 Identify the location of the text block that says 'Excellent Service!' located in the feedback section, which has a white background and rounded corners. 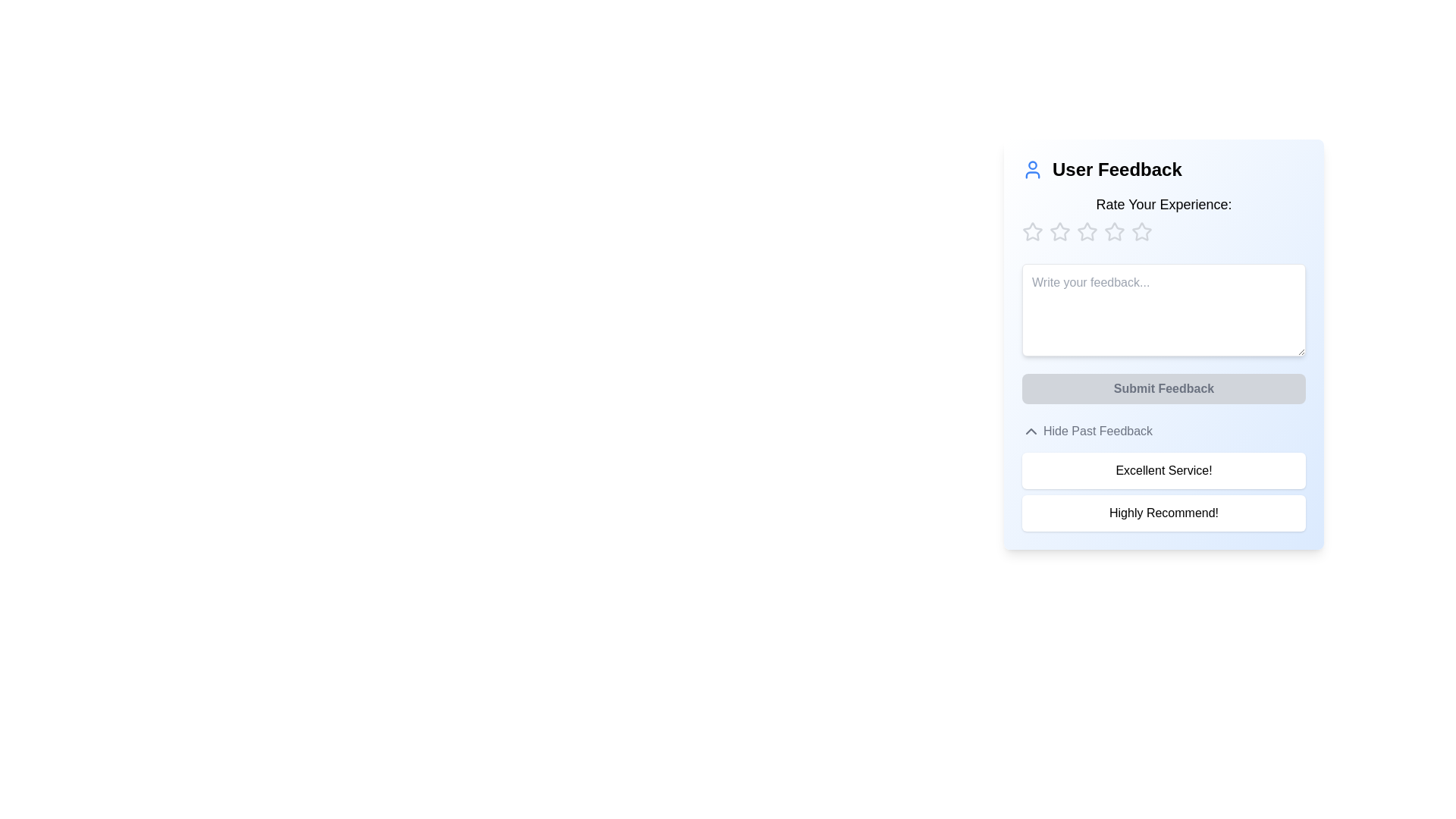
(1163, 470).